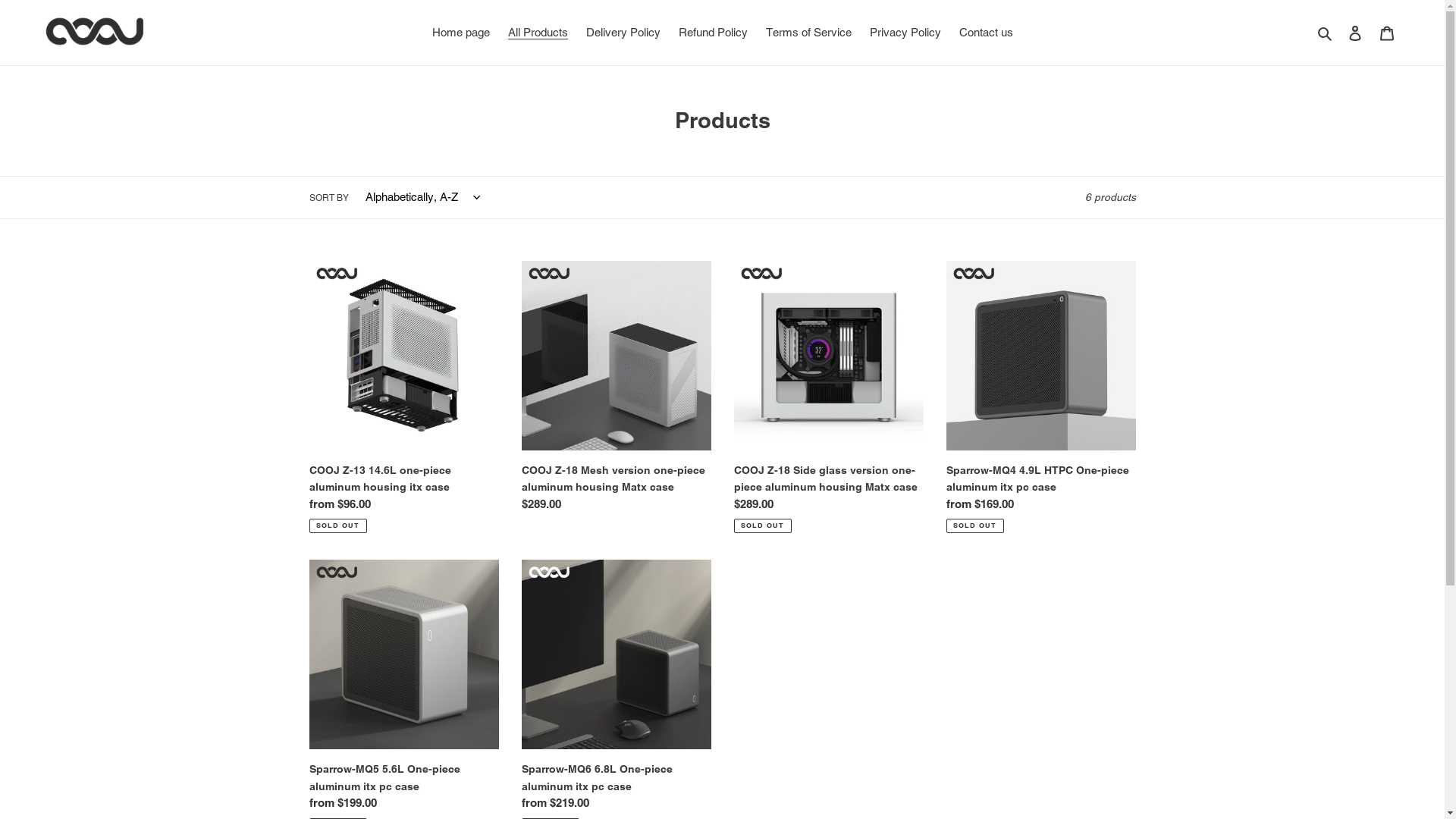 Image resolution: width=1456 pixels, height=819 pixels. What do you see at coordinates (905, 33) in the screenshot?
I see `'Privacy Policy'` at bounding box center [905, 33].